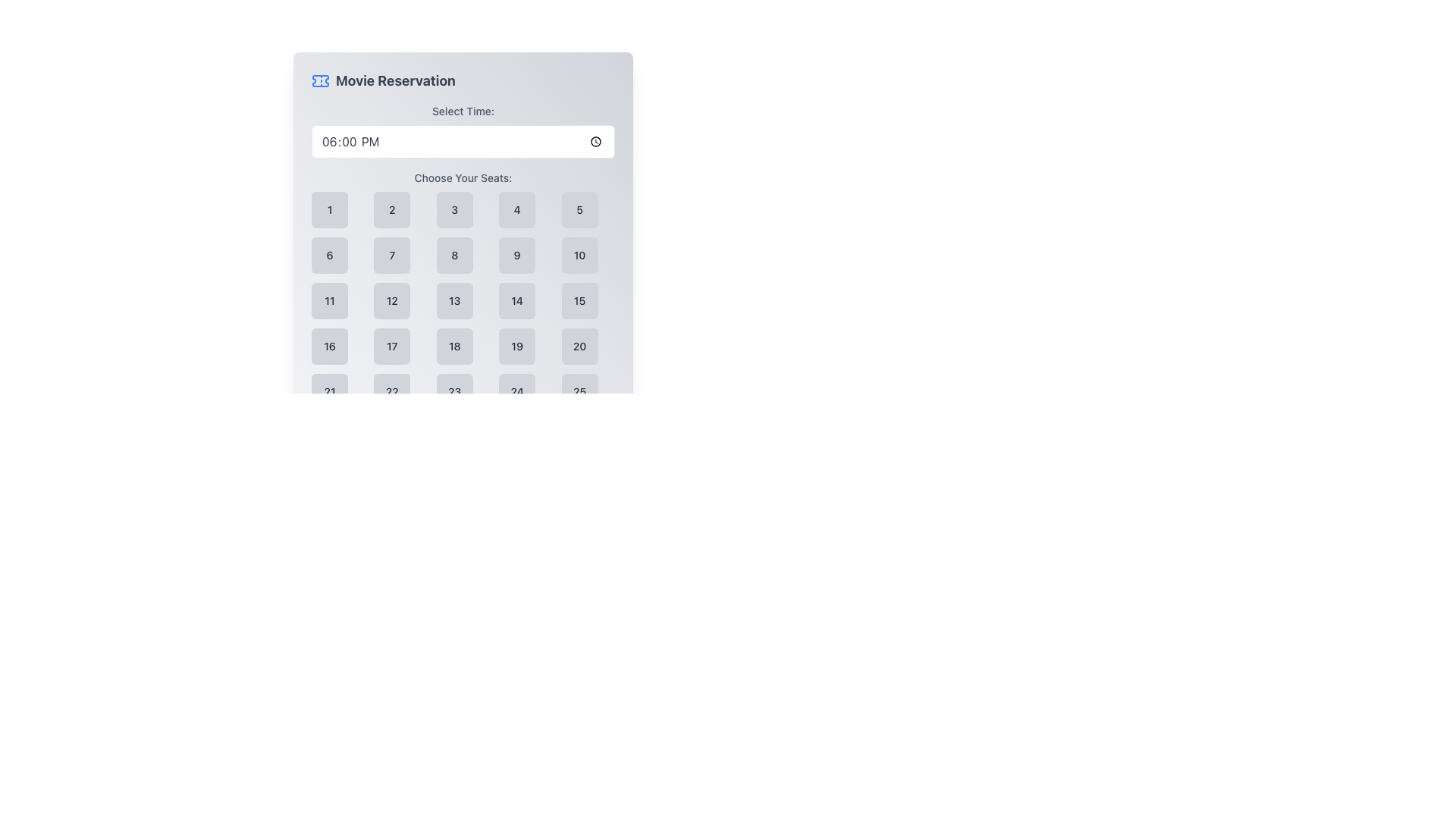 This screenshot has height=819, width=1456. I want to click on the button labeled '9' in the second row, fourth column of the grid within the 'Choose Your Seats:' section, so click(517, 254).